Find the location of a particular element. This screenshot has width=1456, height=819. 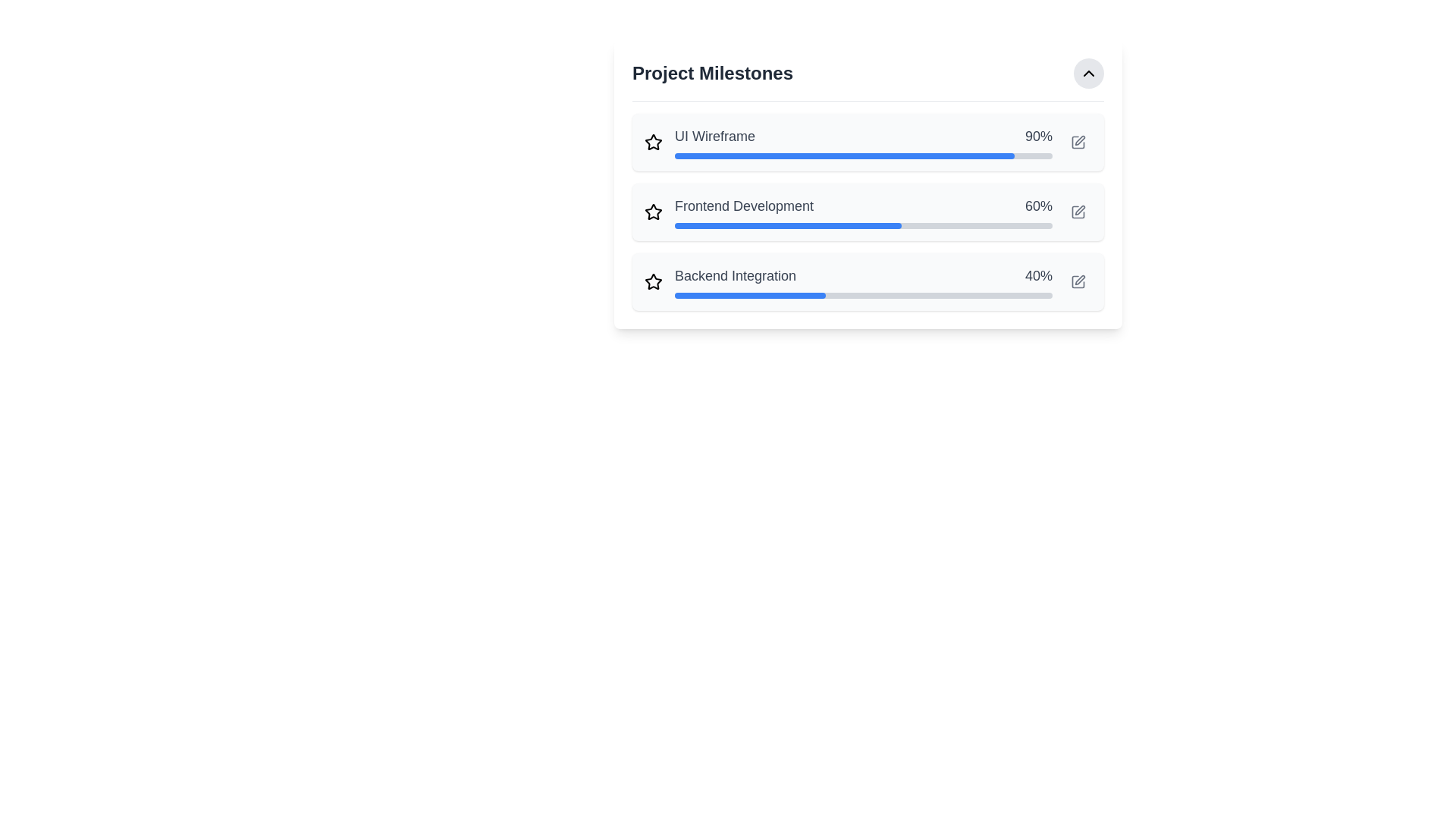

the star-shaped icon outlined in black and styled in gray, located to the left of the text 'Frontend Development' in the 'Project Milestones' list is located at coordinates (654, 212).